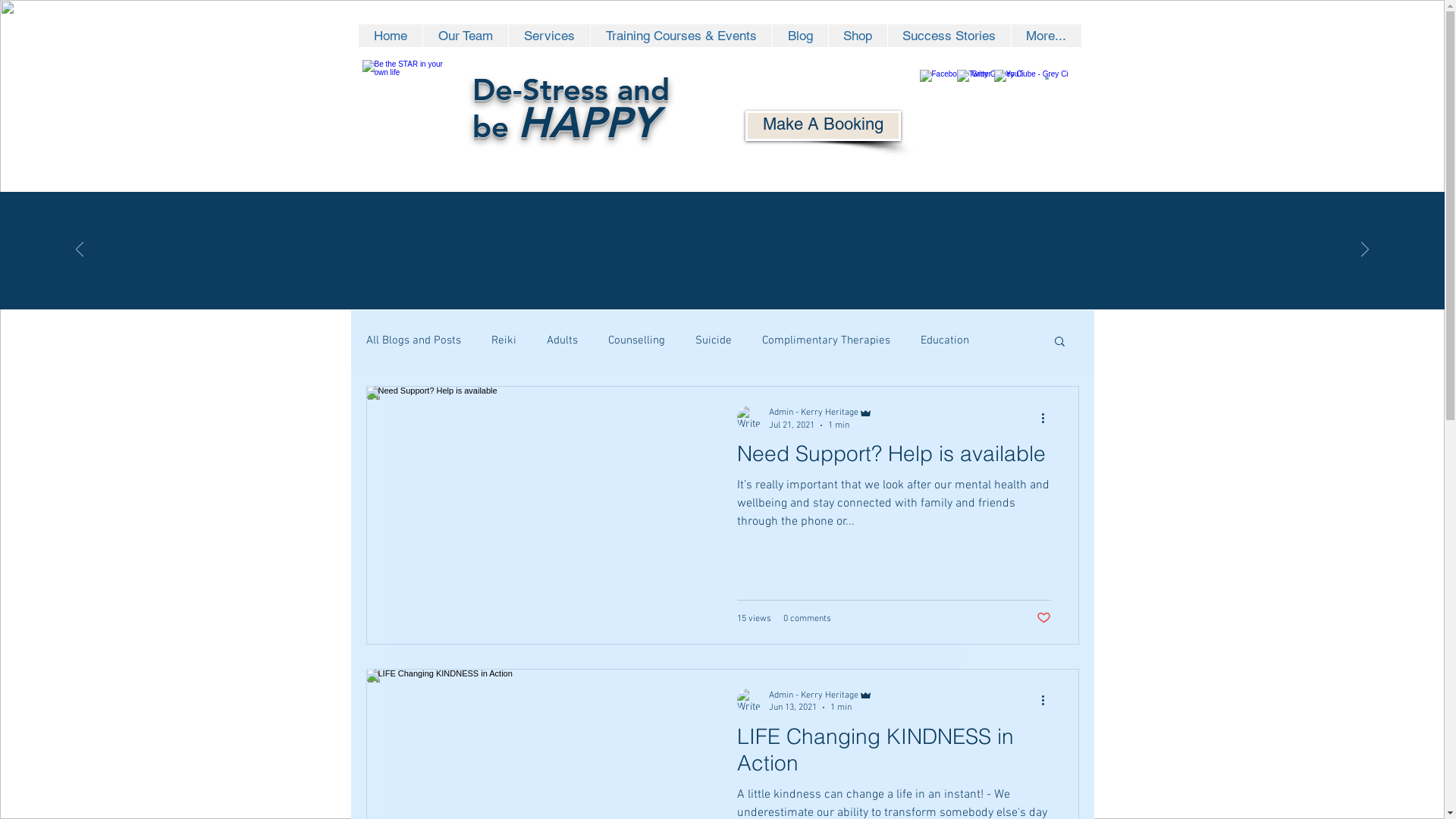 The width and height of the screenshot is (1456, 819). Describe the element at coordinates (1042, 617) in the screenshot. I see `'Post not marked as liked'` at that location.